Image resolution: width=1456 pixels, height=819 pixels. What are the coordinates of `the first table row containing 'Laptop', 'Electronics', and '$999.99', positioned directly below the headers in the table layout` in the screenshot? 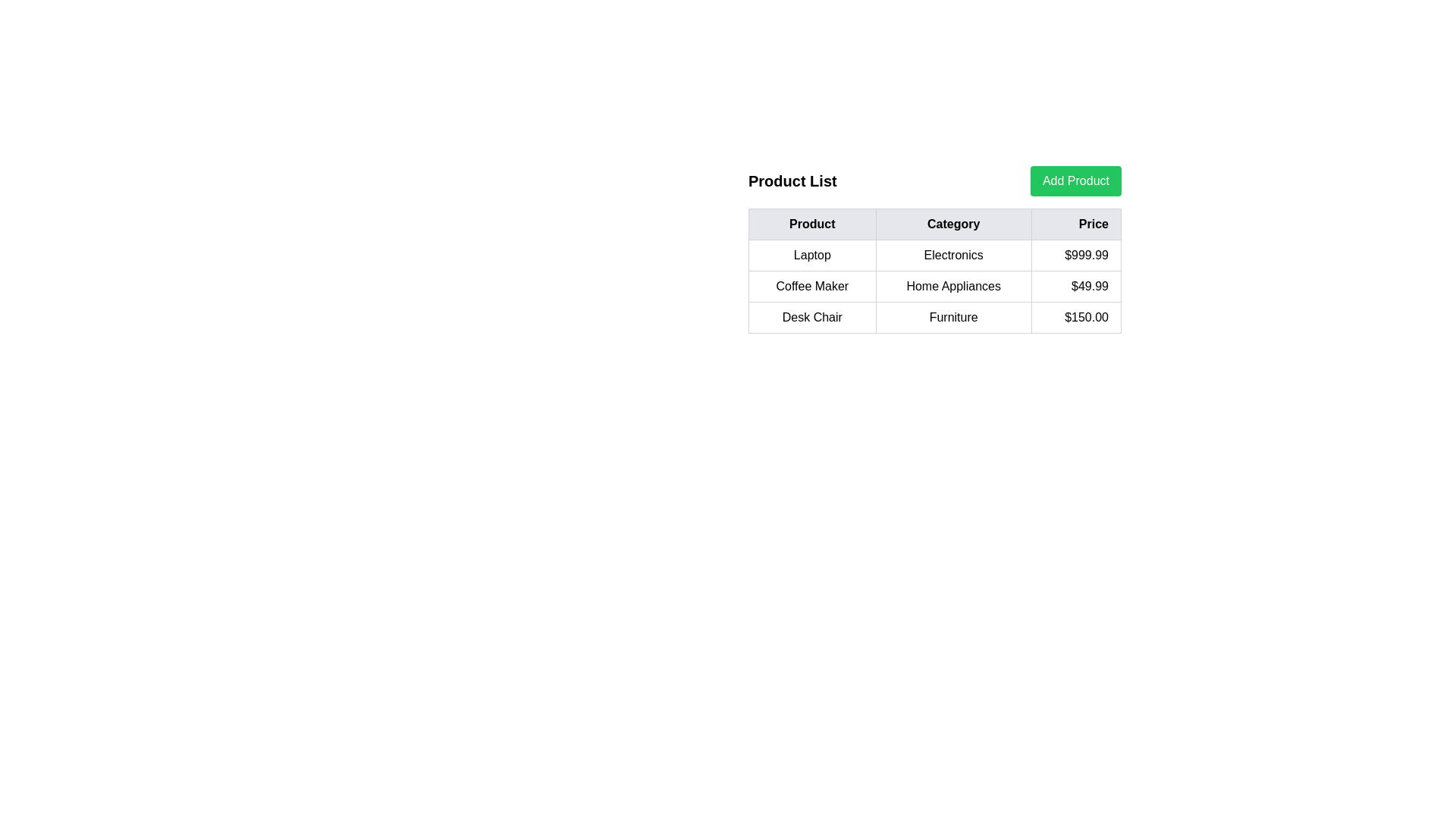 It's located at (934, 254).